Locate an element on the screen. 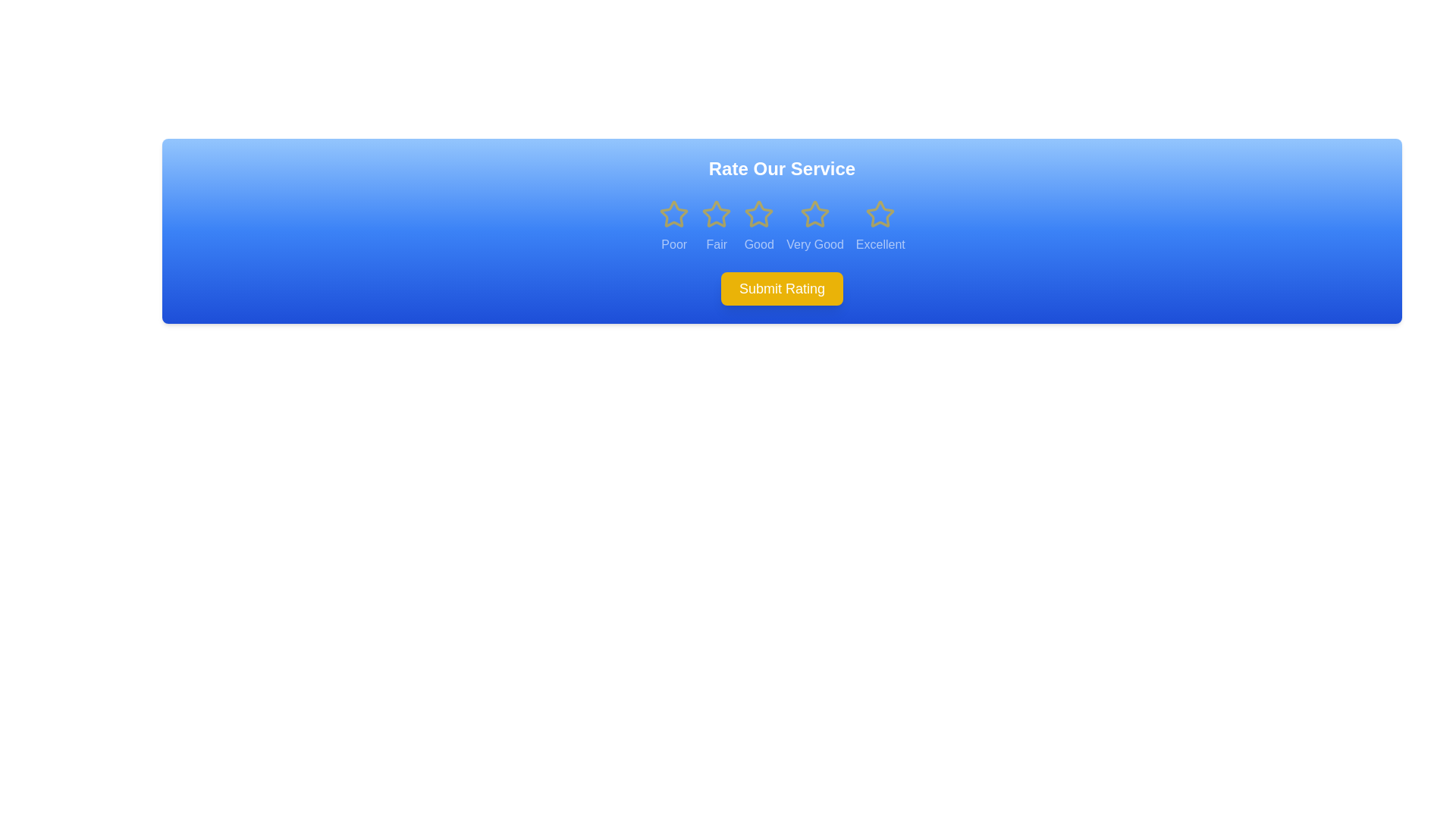 The image size is (1456, 819). the fourth star in the rating system is located at coordinates (814, 214).